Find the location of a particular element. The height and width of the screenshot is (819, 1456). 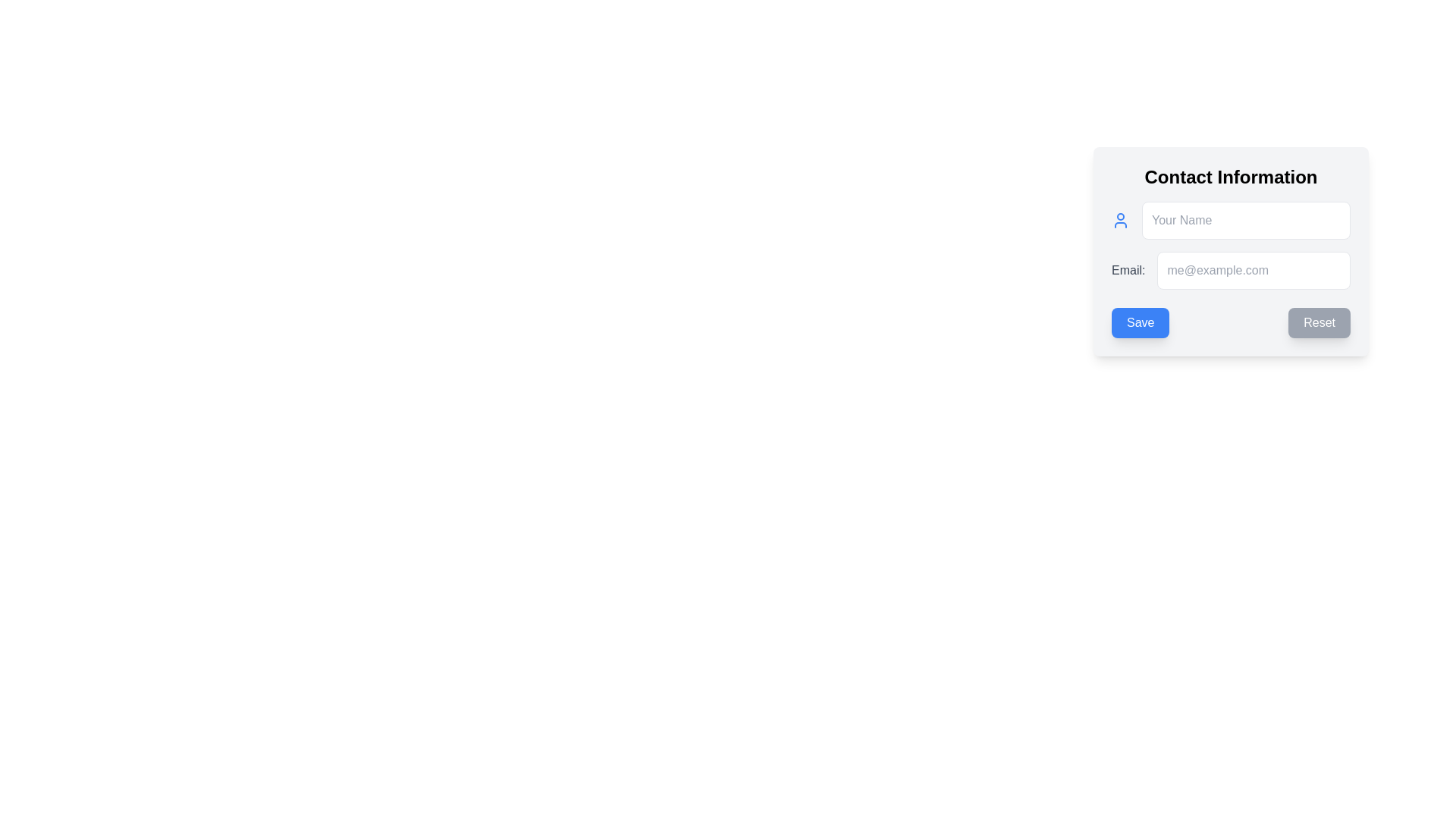

static text element that serves as a header indicating 'Contact Information', located at the top center of the card component is located at coordinates (1231, 177).